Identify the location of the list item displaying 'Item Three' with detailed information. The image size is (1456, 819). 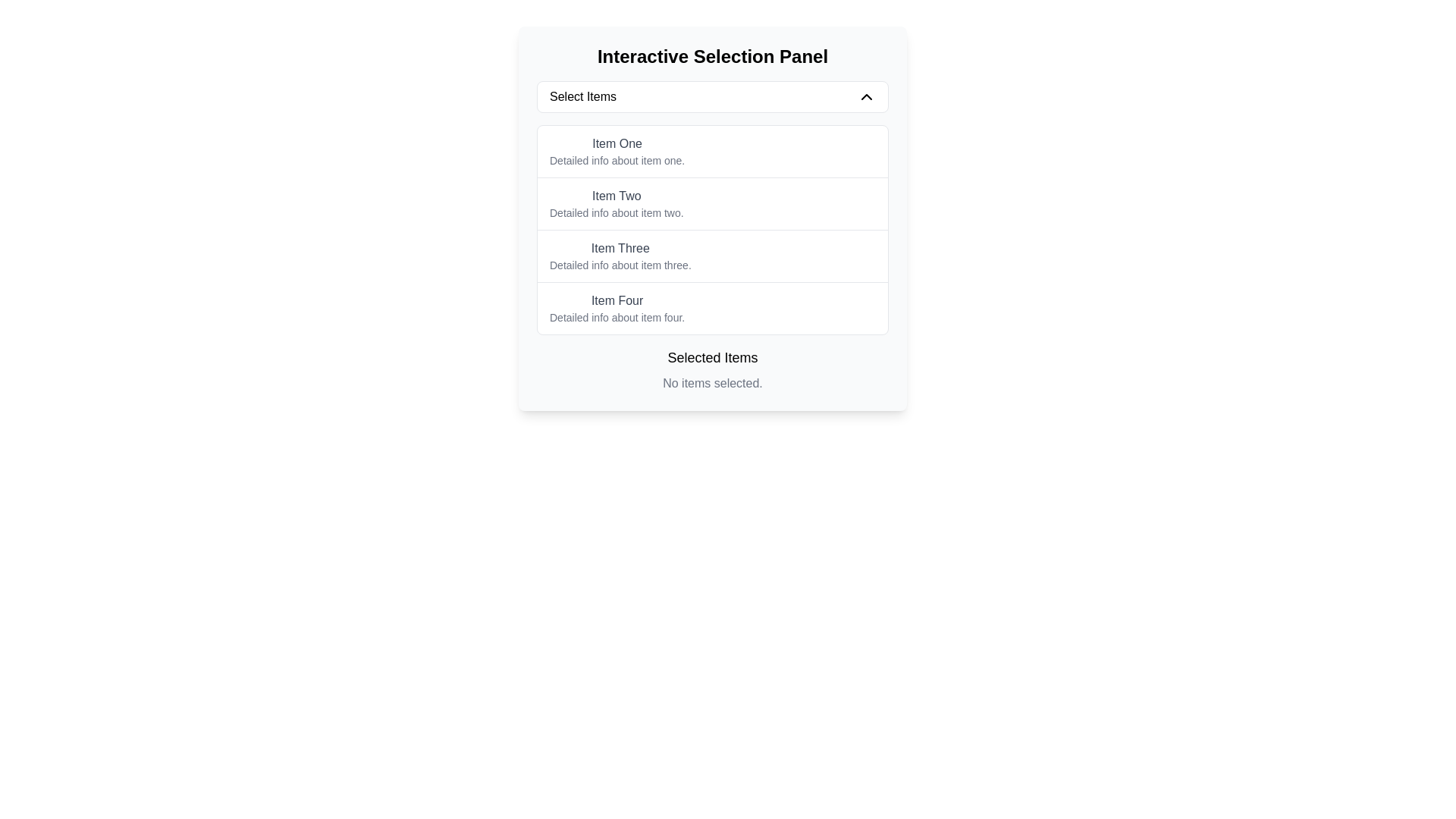
(712, 255).